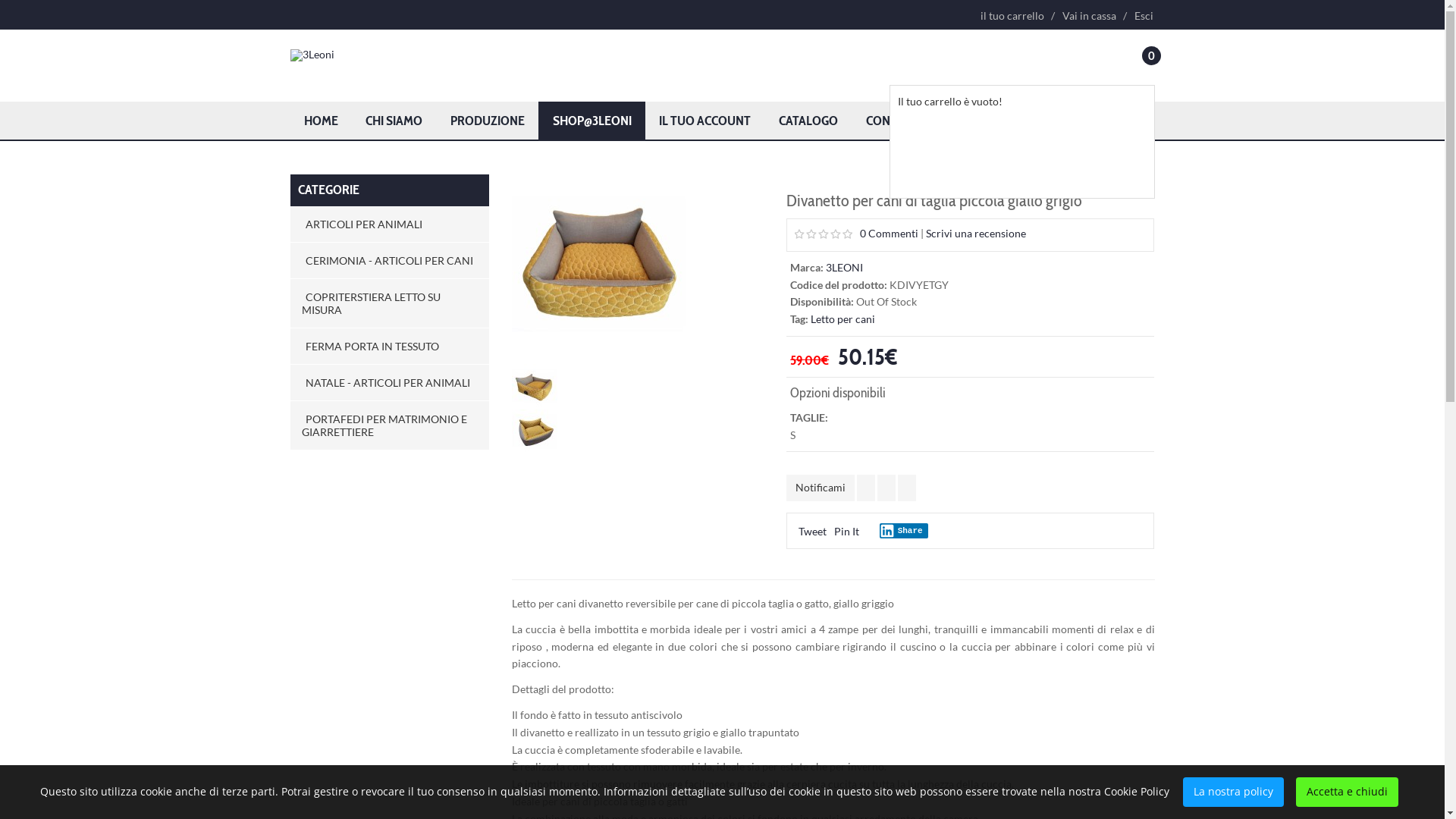 The height and width of the screenshot is (819, 1456). Describe the element at coordinates (1053, 15) in the screenshot. I see `'Vai in cassa'` at that location.